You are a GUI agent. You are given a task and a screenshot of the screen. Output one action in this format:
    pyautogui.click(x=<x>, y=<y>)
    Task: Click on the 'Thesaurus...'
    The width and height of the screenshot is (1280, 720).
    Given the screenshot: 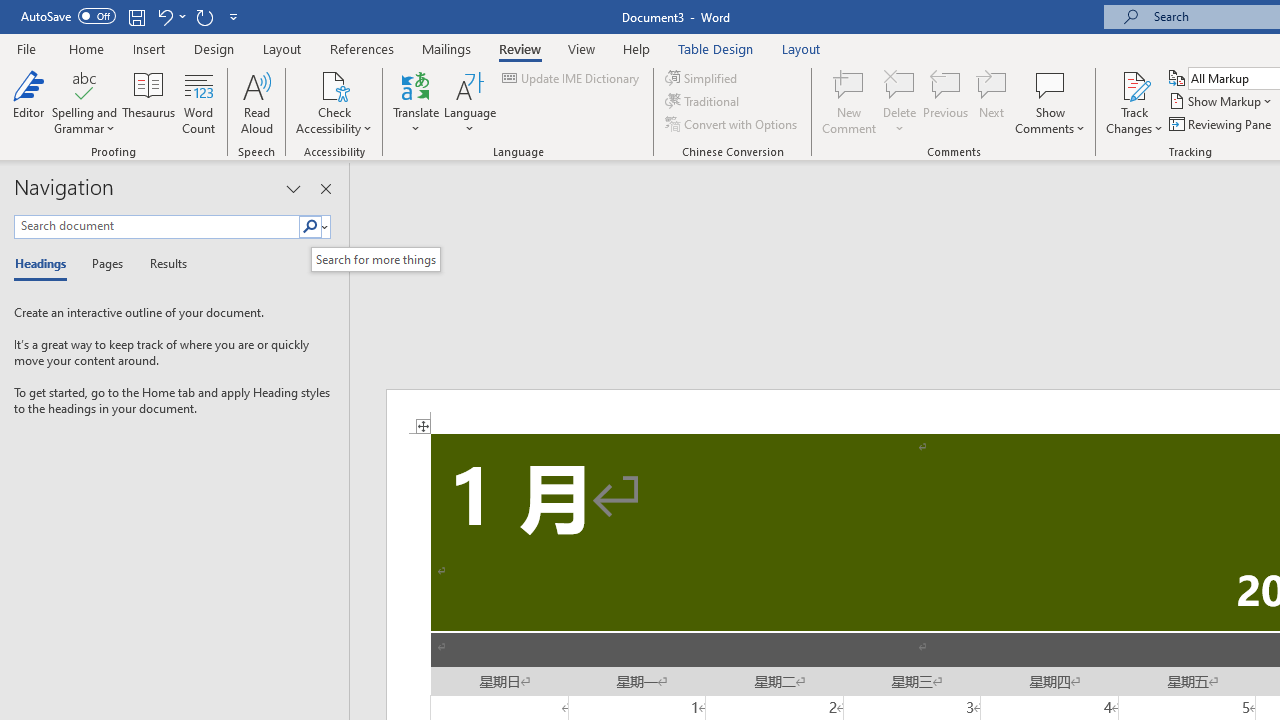 What is the action you would take?
    pyautogui.click(x=148, y=103)
    